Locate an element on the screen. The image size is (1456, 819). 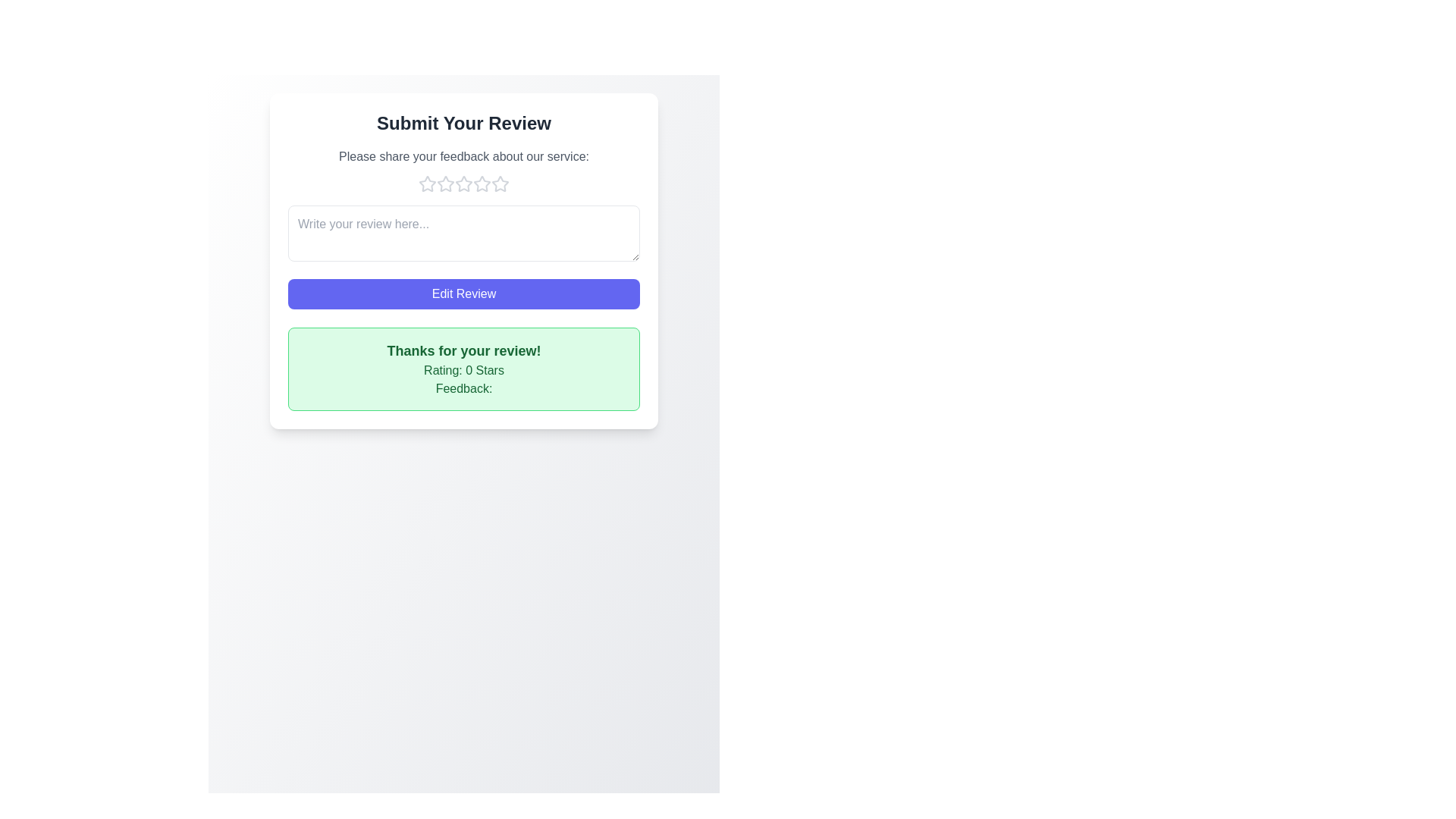
the star rating to 2 by clicking on the corresponding star is located at coordinates (445, 184).